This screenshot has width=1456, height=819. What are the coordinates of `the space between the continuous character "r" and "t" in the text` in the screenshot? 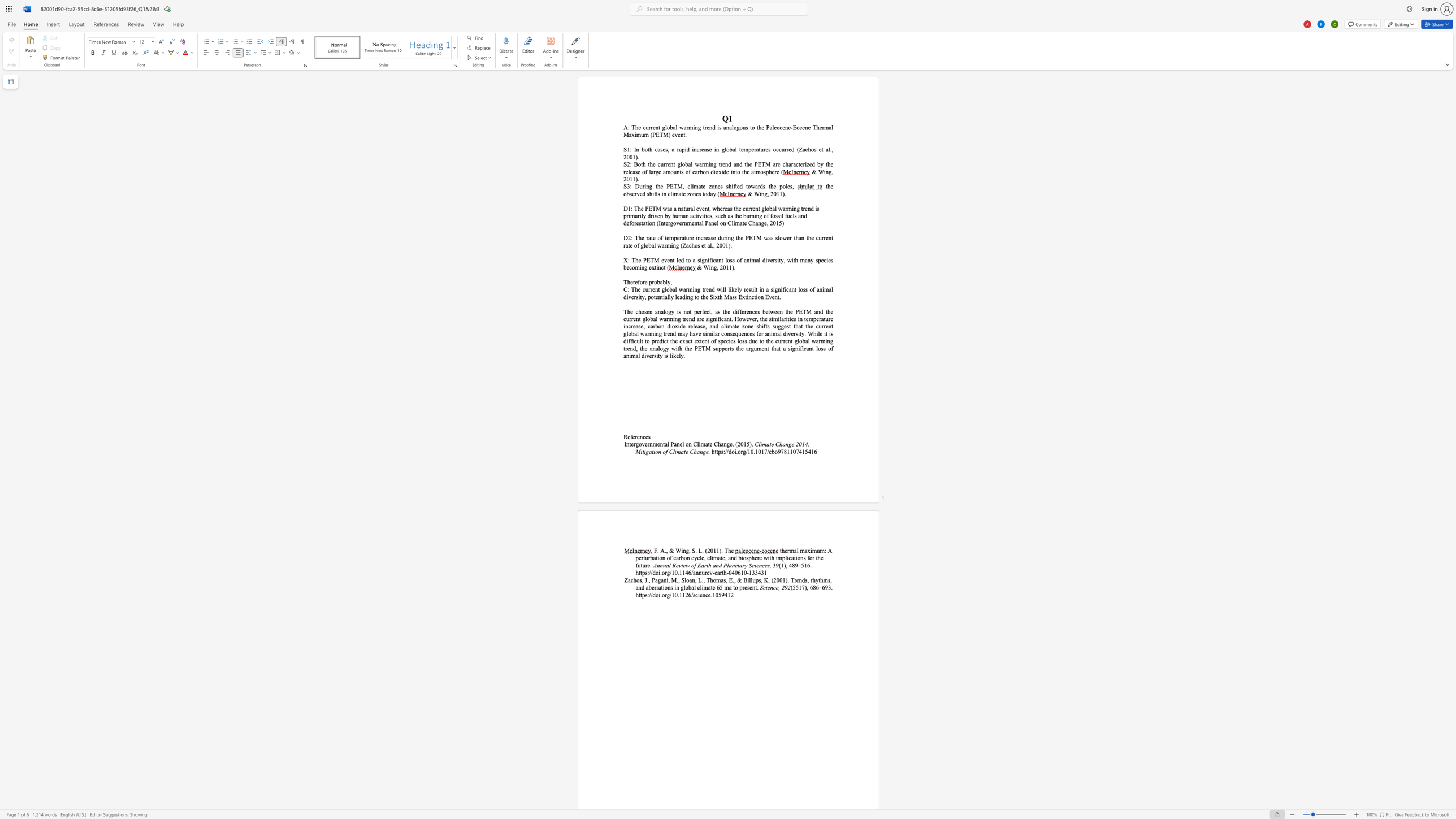 It's located at (643, 557).